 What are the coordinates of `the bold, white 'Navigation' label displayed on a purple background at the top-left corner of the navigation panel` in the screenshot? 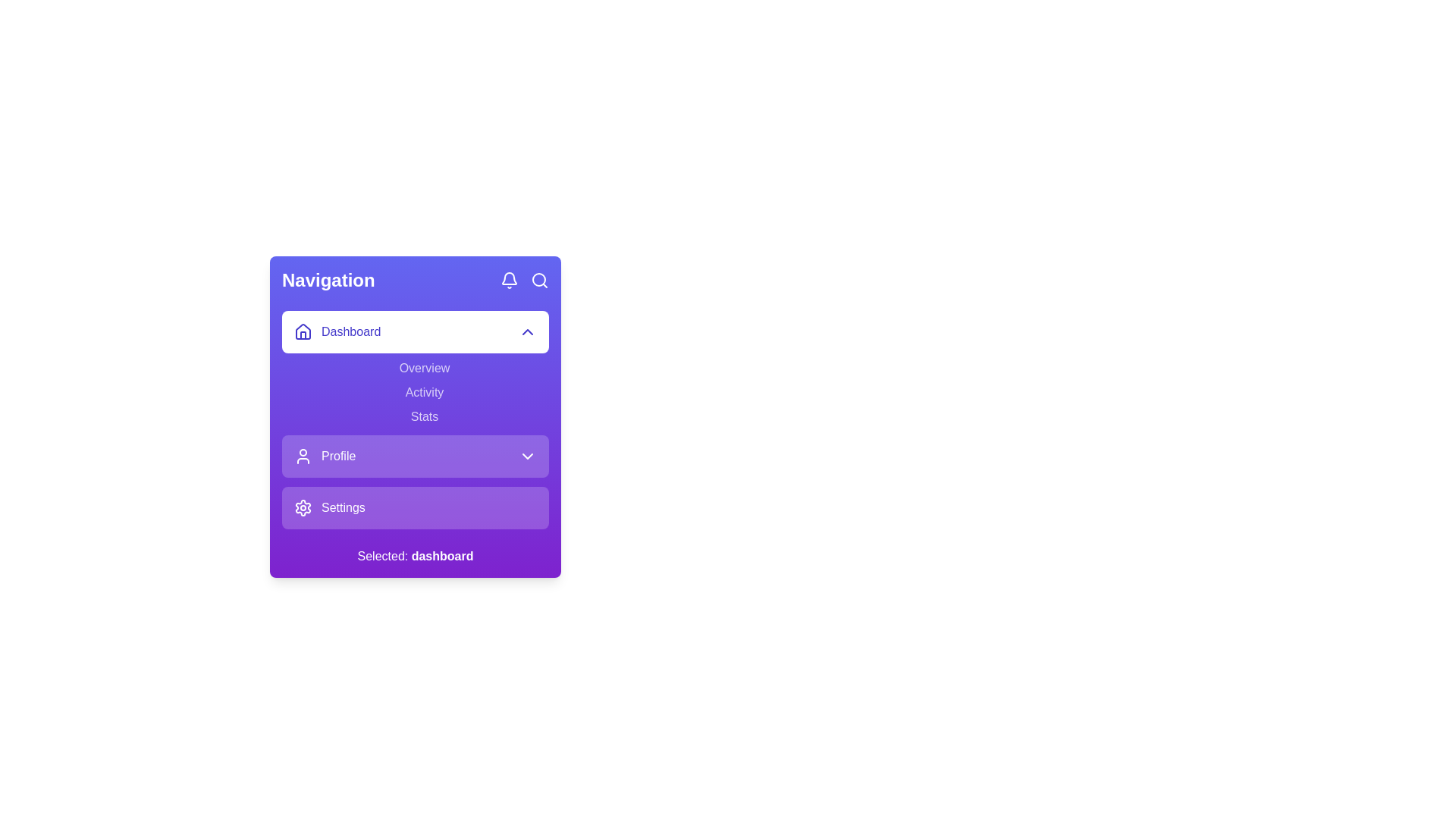 It's located at (328, 281).